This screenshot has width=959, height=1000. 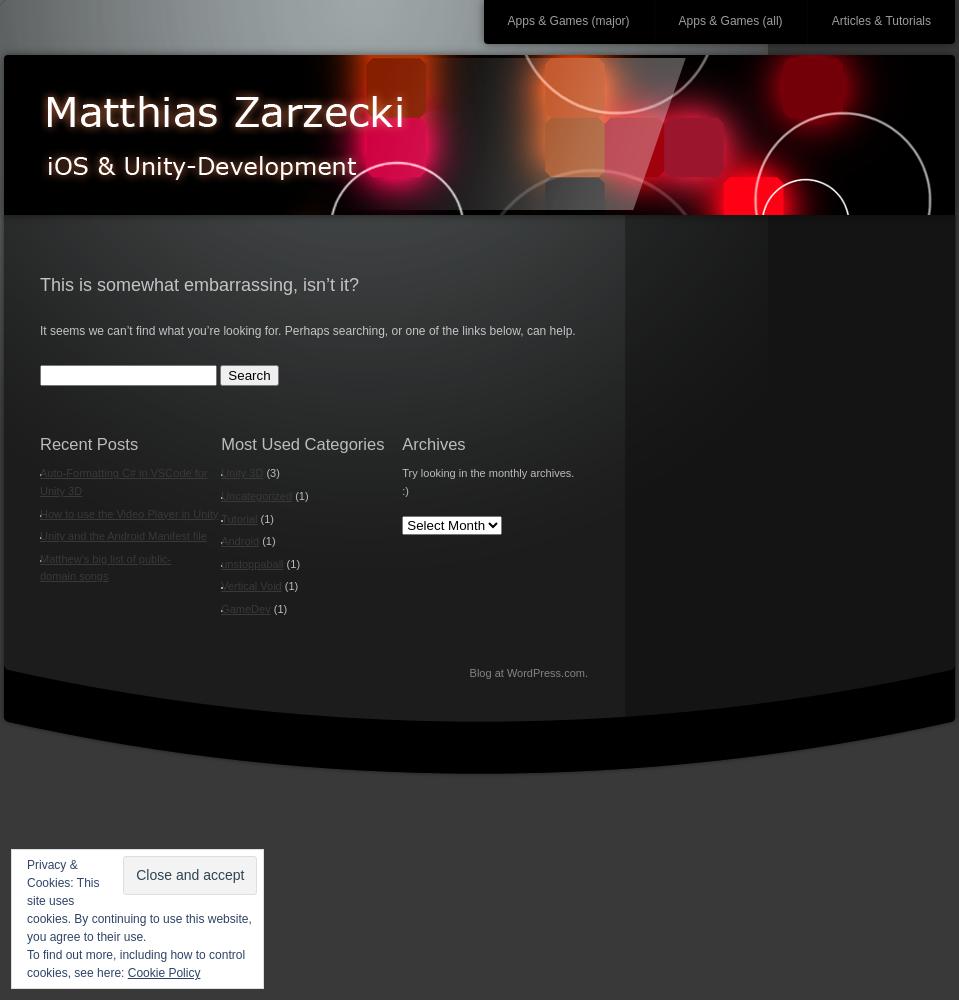 I want to click on 'GameDev', so click(x=245, y=607).